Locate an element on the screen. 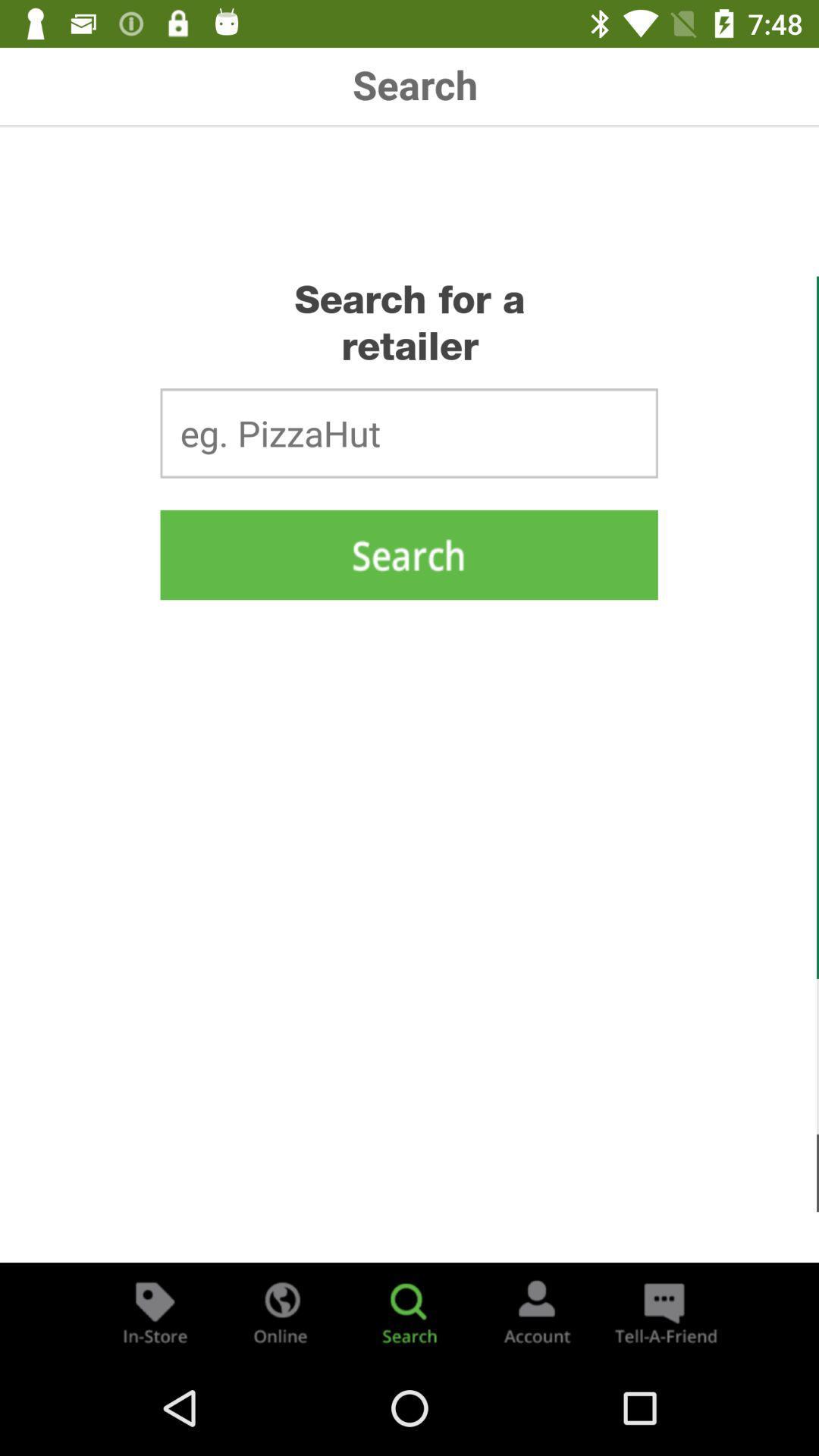 This screenshot has height=1456, width=819. search option is located at coordinates (409, 1310).